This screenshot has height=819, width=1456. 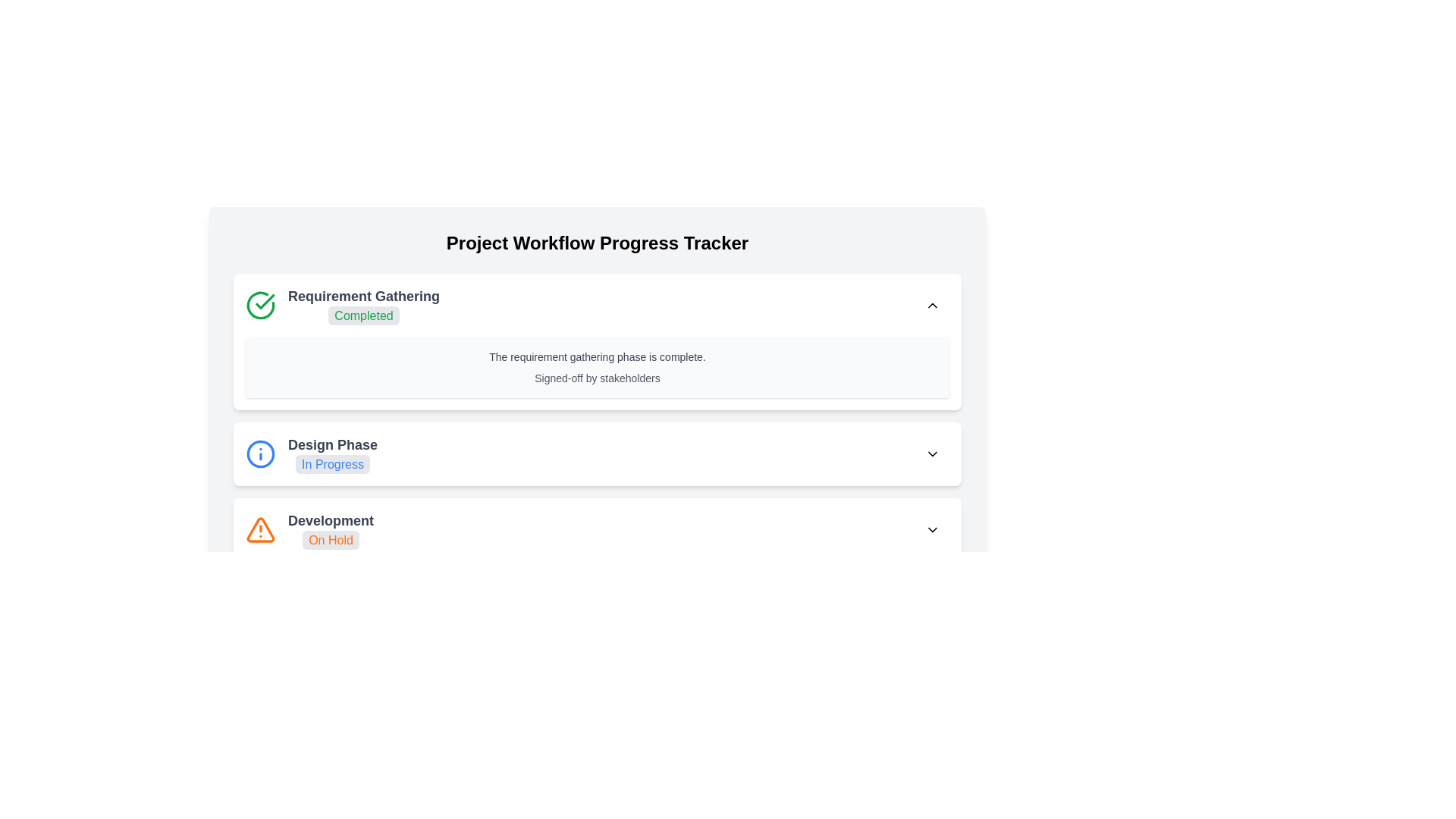 What do you see at coordinates (330, 529) in the screenshot?
I see `status information from the Label with status indicator that displays 'On Hold', positioned below the 'Design Phase' section and aligned with a warning icon` at bounding box center [330, 529].